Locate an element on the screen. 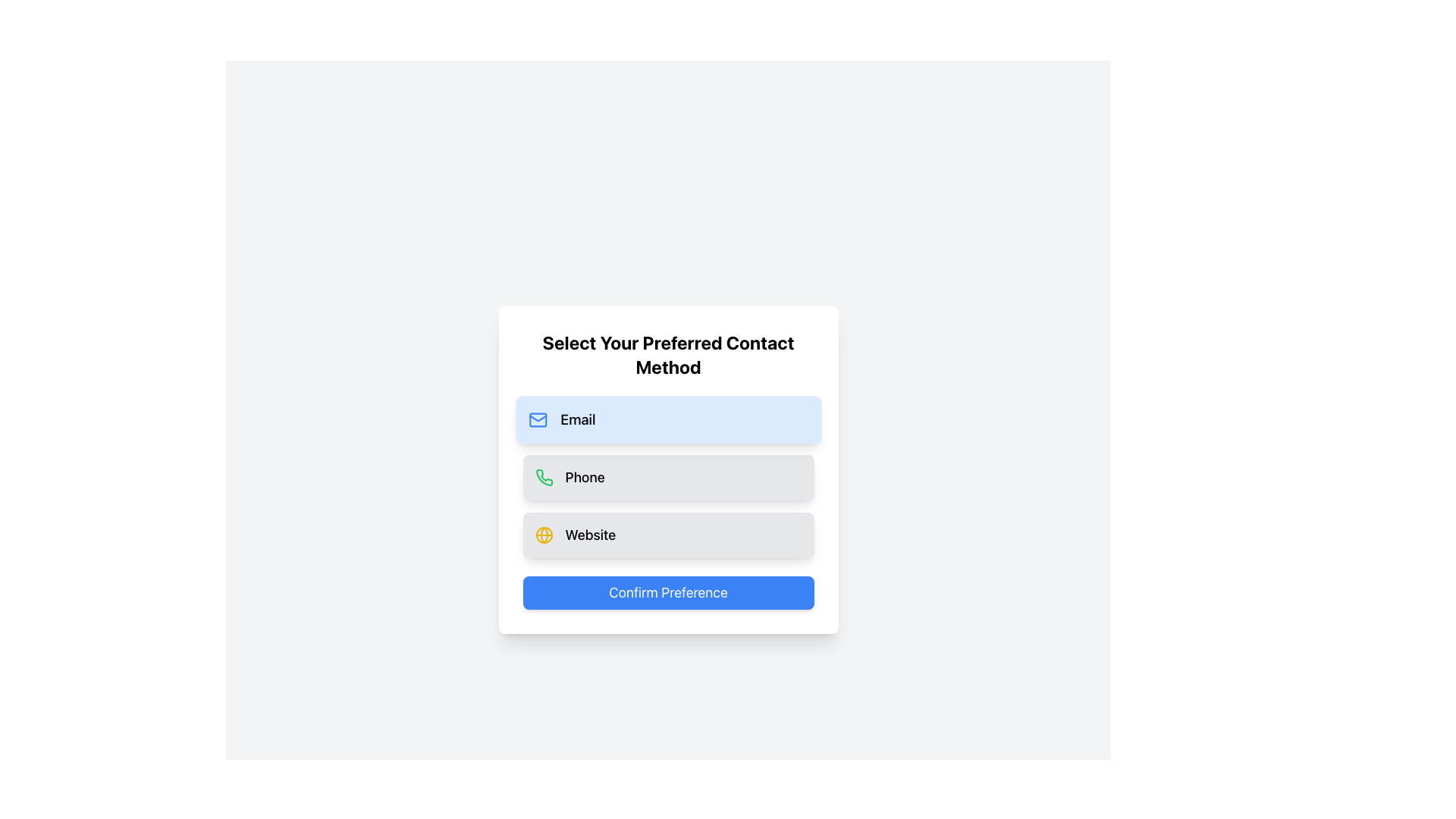  the 'Phone' text label located in the second row under 'Select Your Preferred Contact Method', to the right of the green phone icon is located at coordinates (584, 476).